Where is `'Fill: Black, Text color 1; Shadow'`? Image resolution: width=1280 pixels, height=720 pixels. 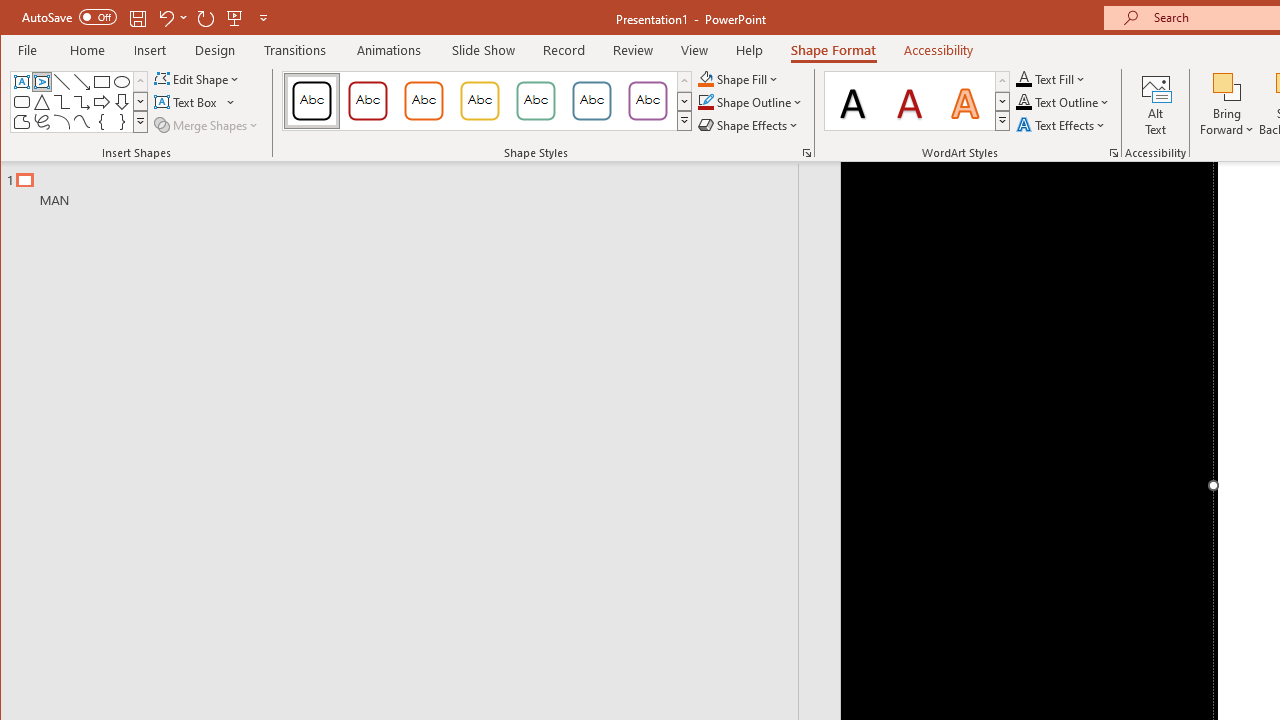
'Fill: Black, Text color 1; Shadow' is located at coordinates (853, 100).